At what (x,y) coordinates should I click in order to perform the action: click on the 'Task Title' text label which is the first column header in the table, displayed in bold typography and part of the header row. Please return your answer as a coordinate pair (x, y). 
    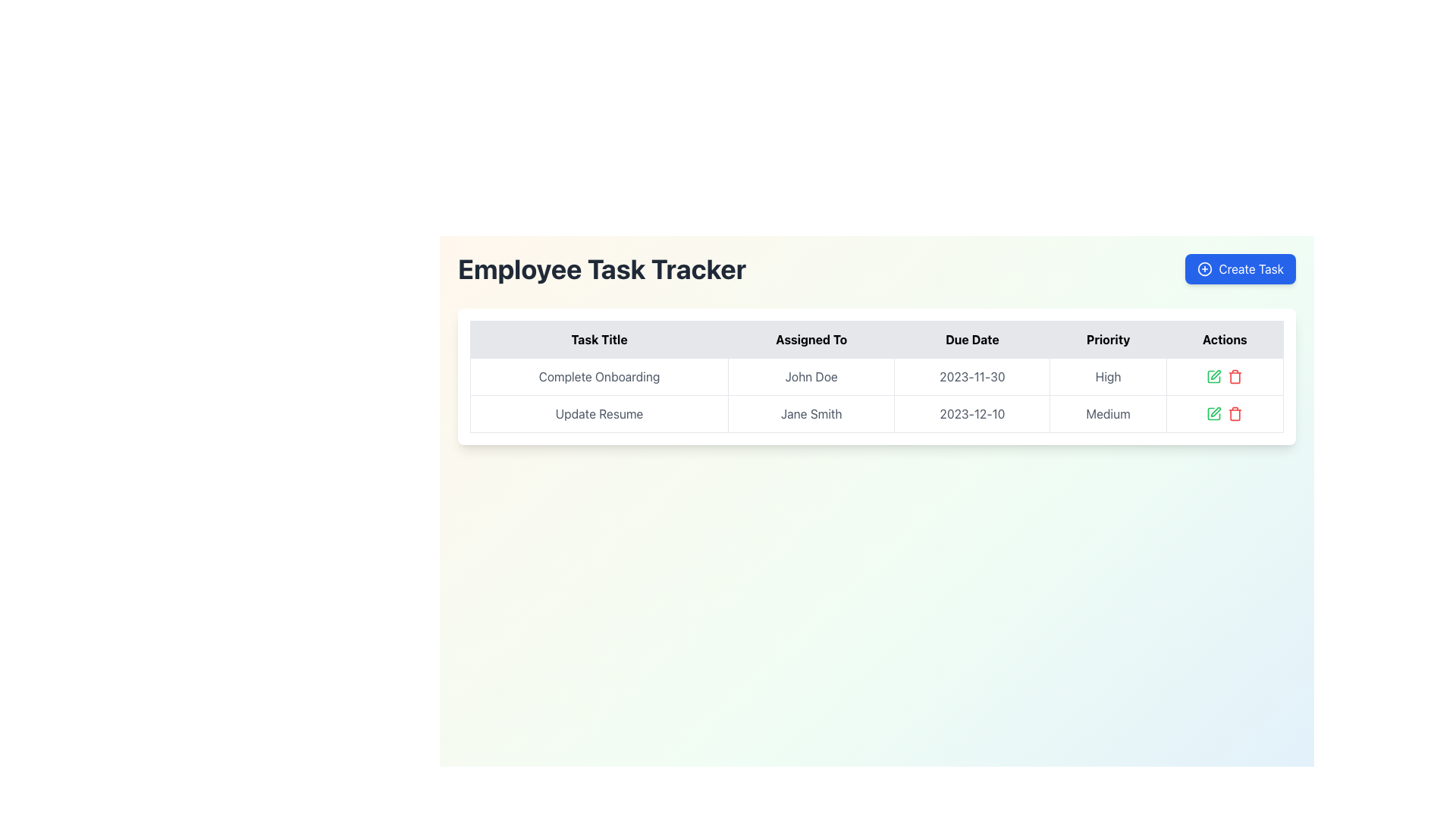
    Looking at the image, I should click on (598, 338).